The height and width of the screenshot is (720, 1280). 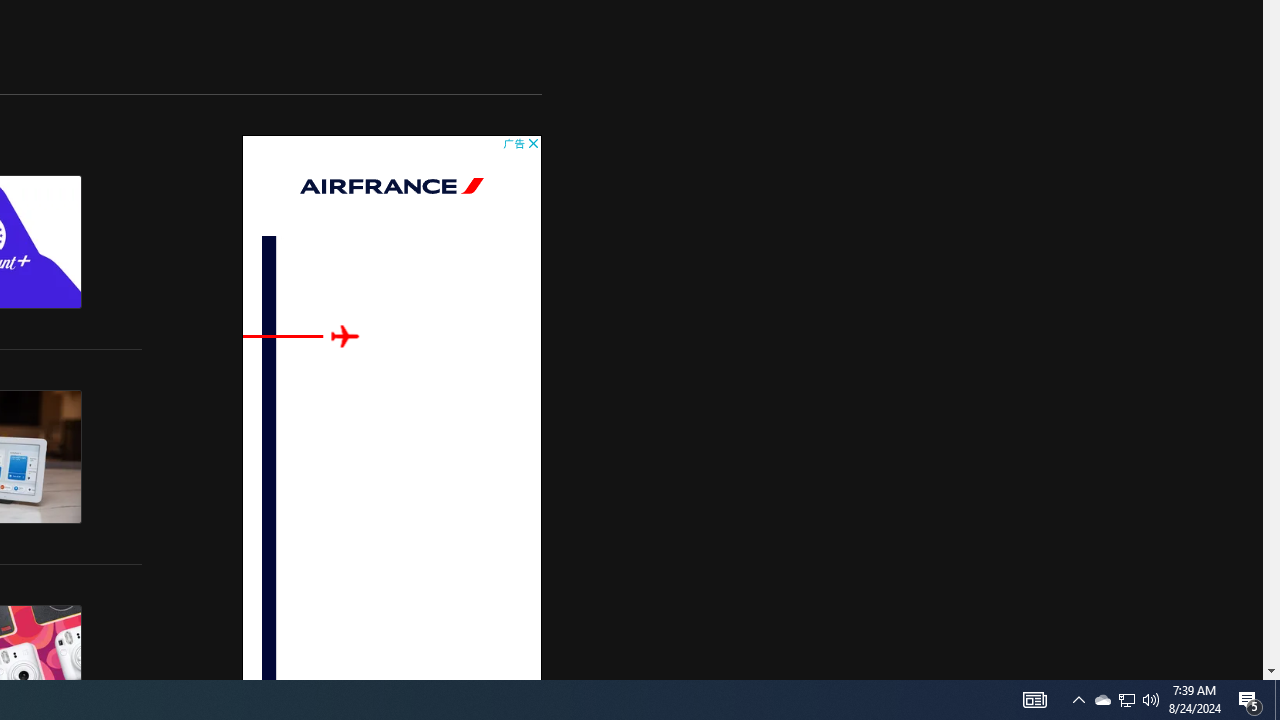 What do you see at coordinates (533, 142) in the screenshot?
I see `'AutomationID: cbb'` at bounding box center [533, 142].